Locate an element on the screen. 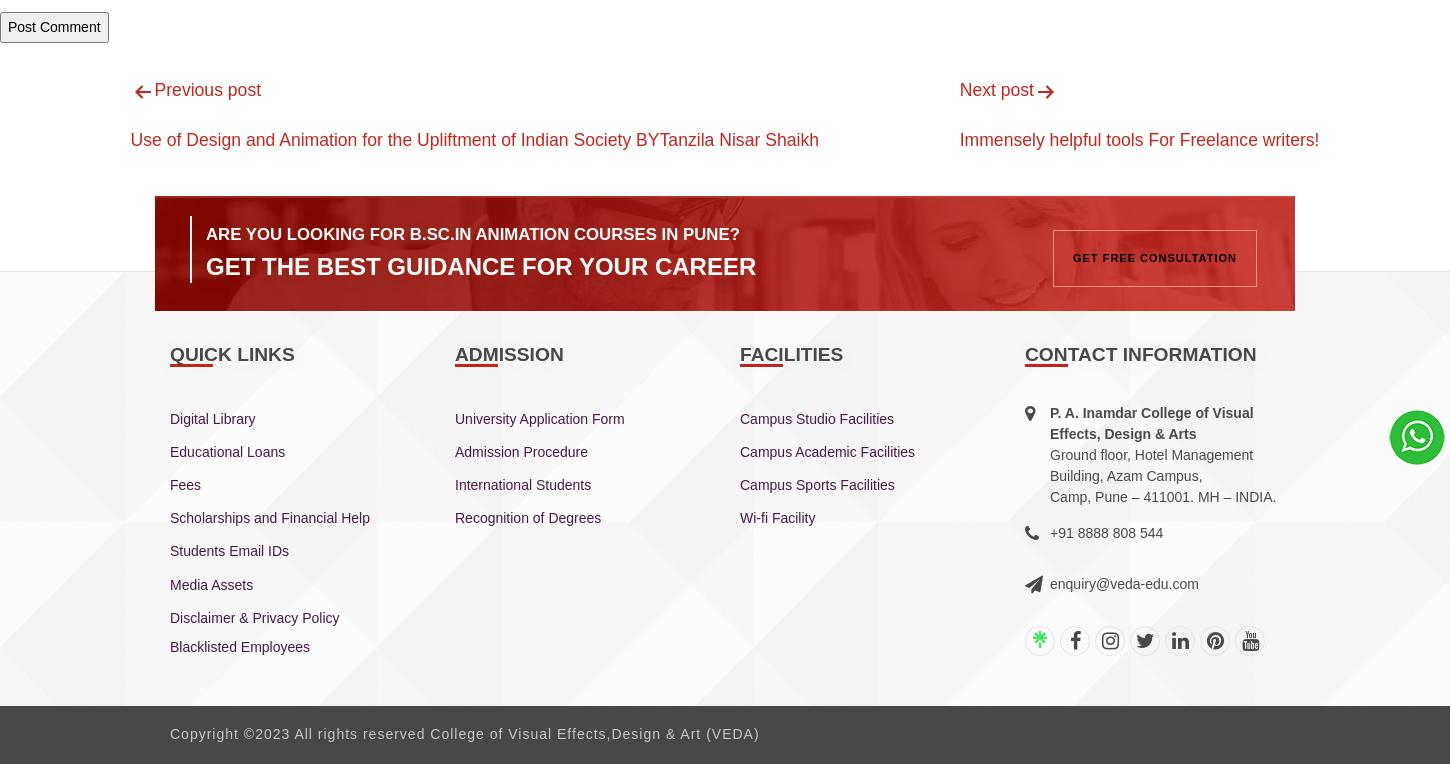 Image resolution: width=1450 pixels, height=764 pixels. 'Media Assets' is located at coordinates (210, 583).